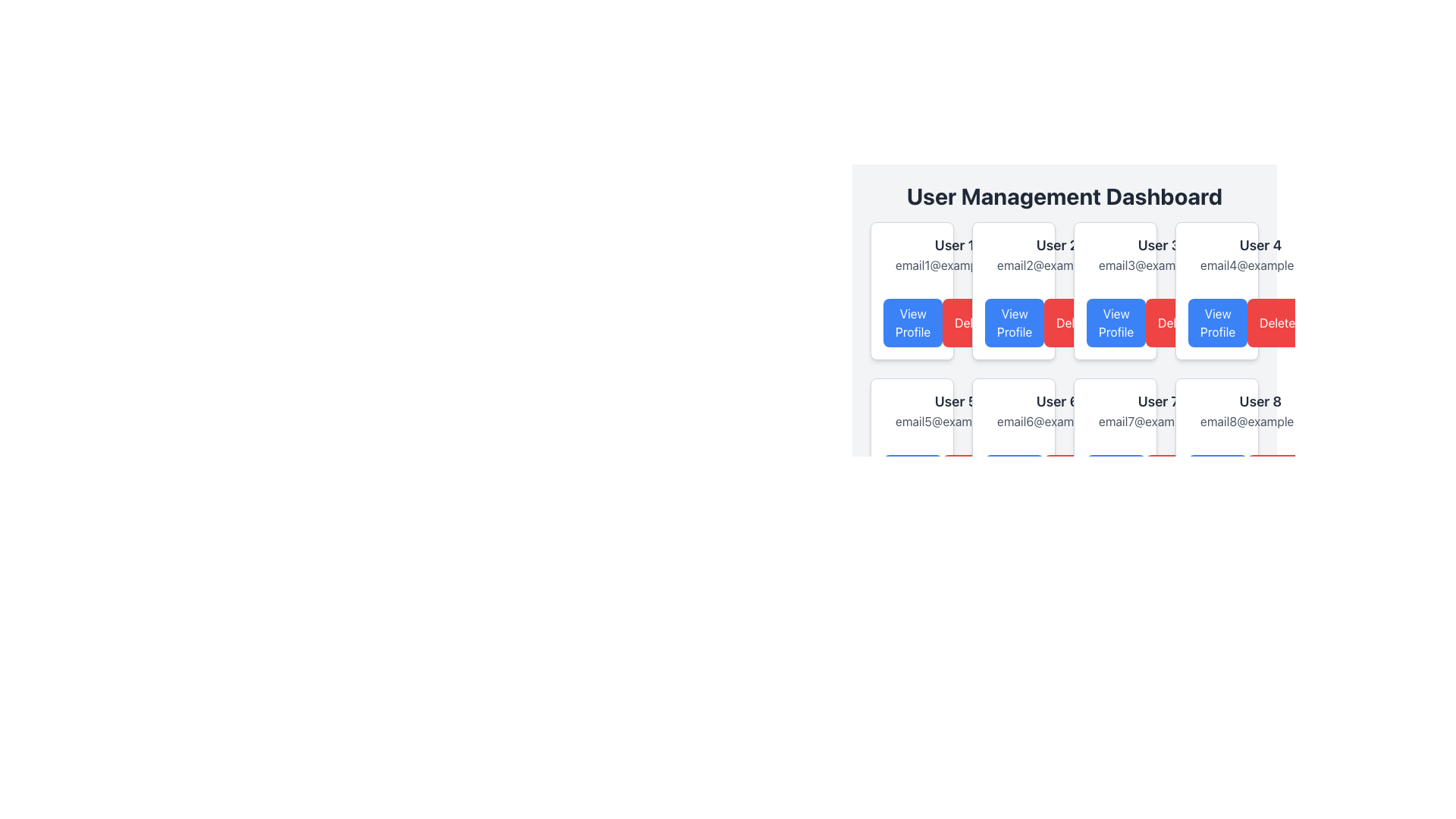 The image size is (1456, 819). What do you see at coordinates (1157, 421) in the screenshot?
I see `the static text field displaying the email address for 'User 7', which is located below the title 'User 7' in the user profile card` at bounding box center [1157, 421].